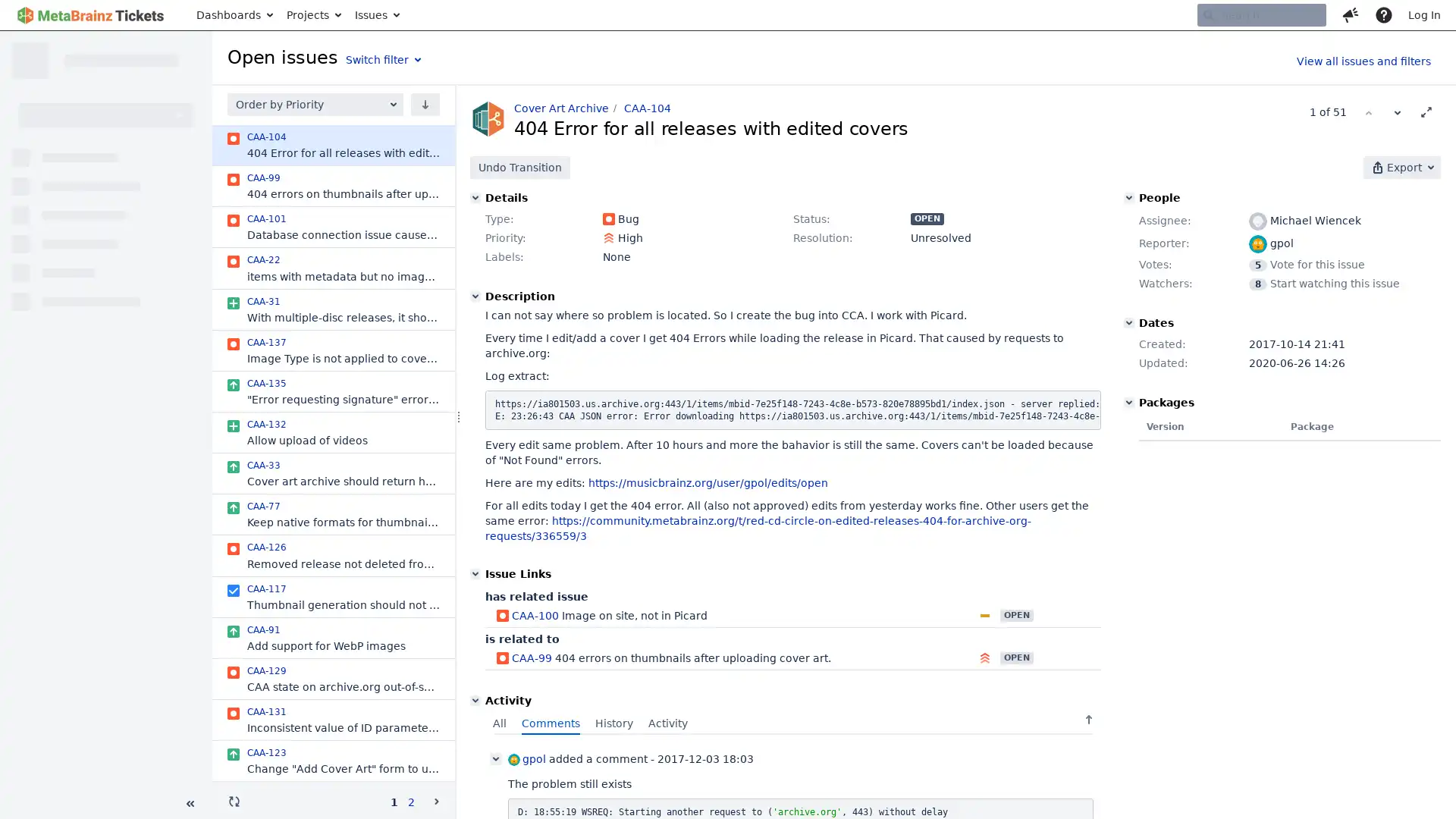 This screenshot has height=819, width=1456. Describe the element at coordinates (475, 197) in the screenshot. I see `Details` at that location.